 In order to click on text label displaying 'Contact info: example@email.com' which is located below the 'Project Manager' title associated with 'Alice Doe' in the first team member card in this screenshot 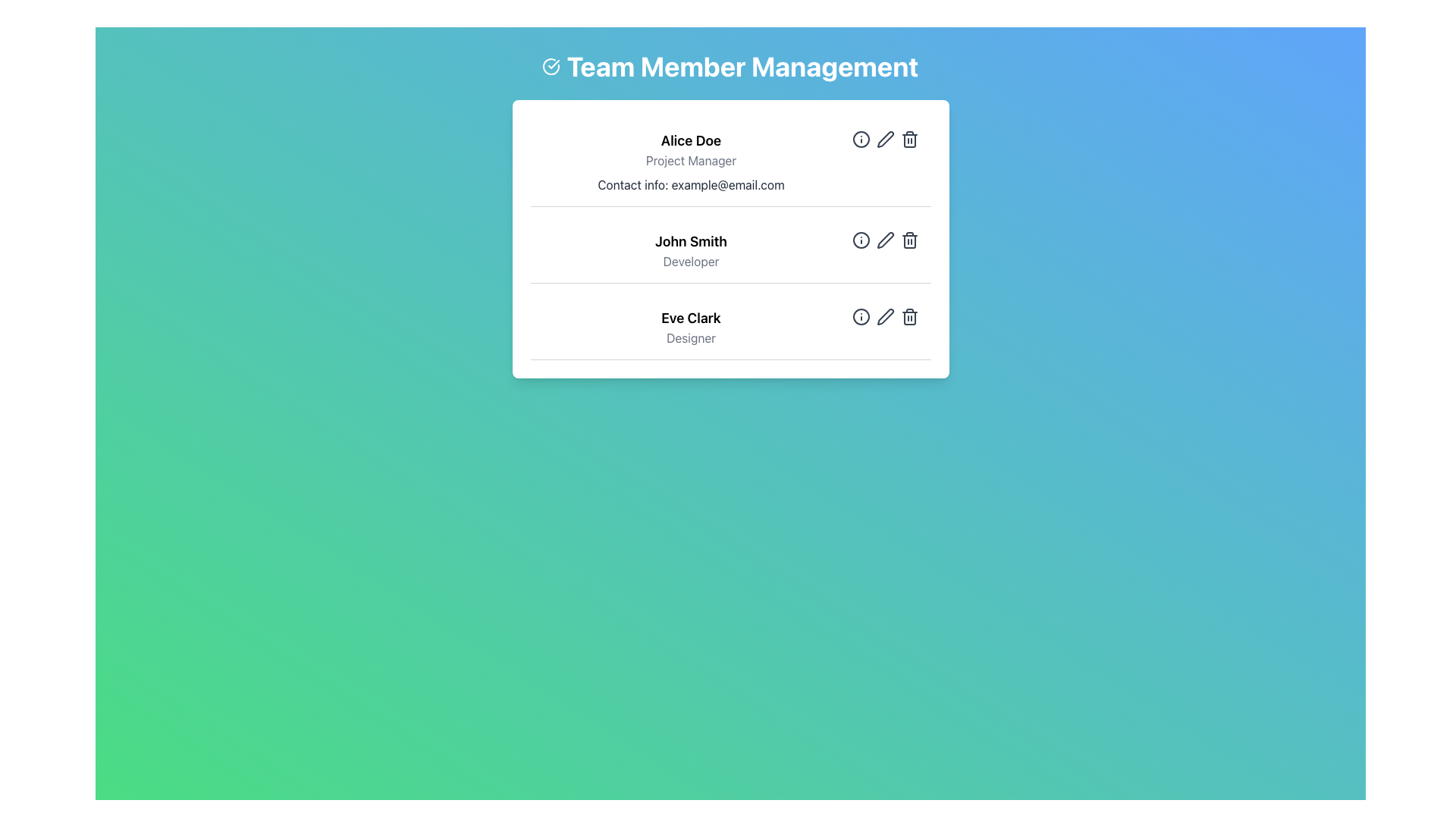, I will do `click(690, 184)`.